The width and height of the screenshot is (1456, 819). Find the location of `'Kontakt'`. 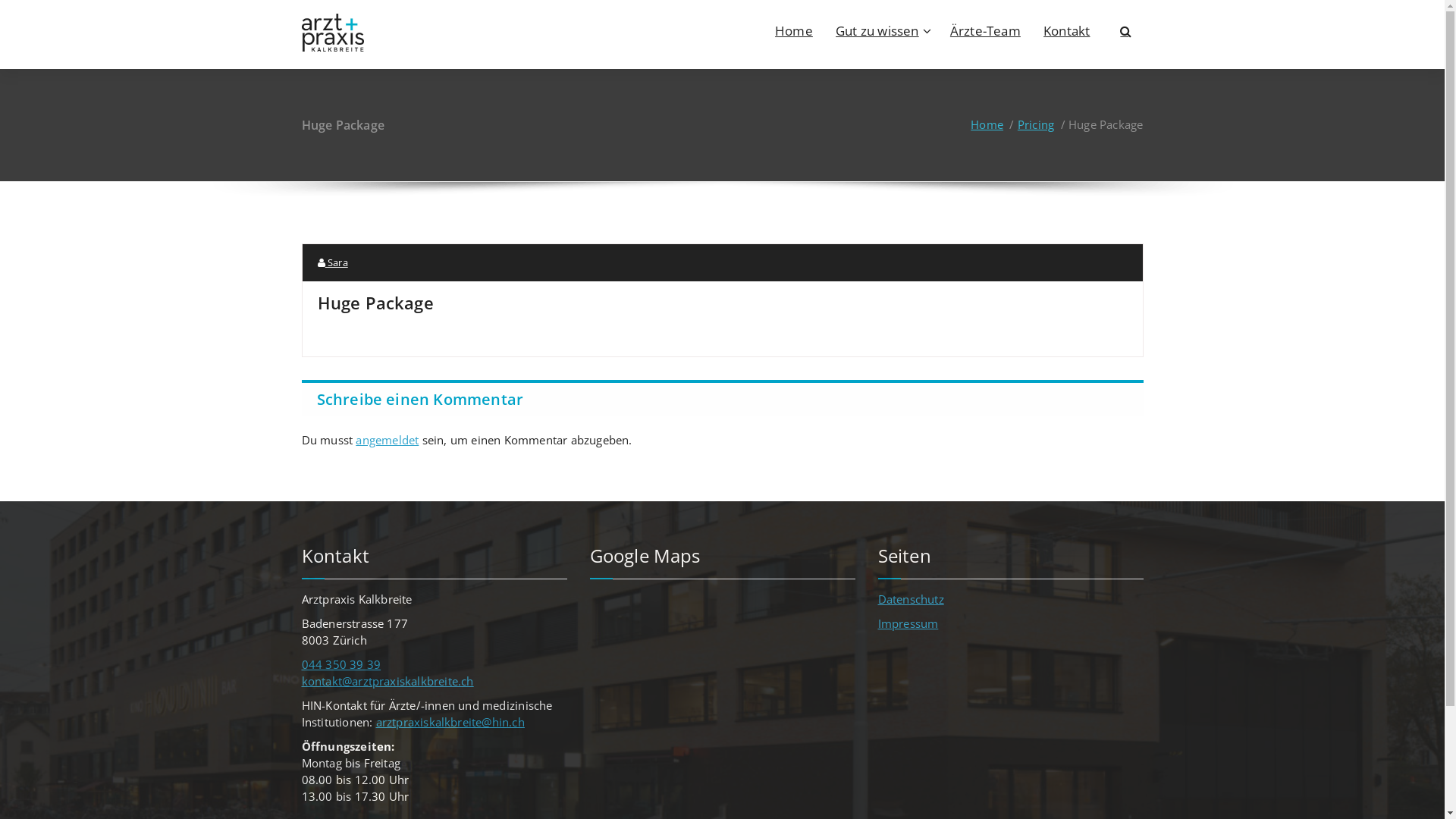

'Kontakt' is located at coordinates (1065, 30).